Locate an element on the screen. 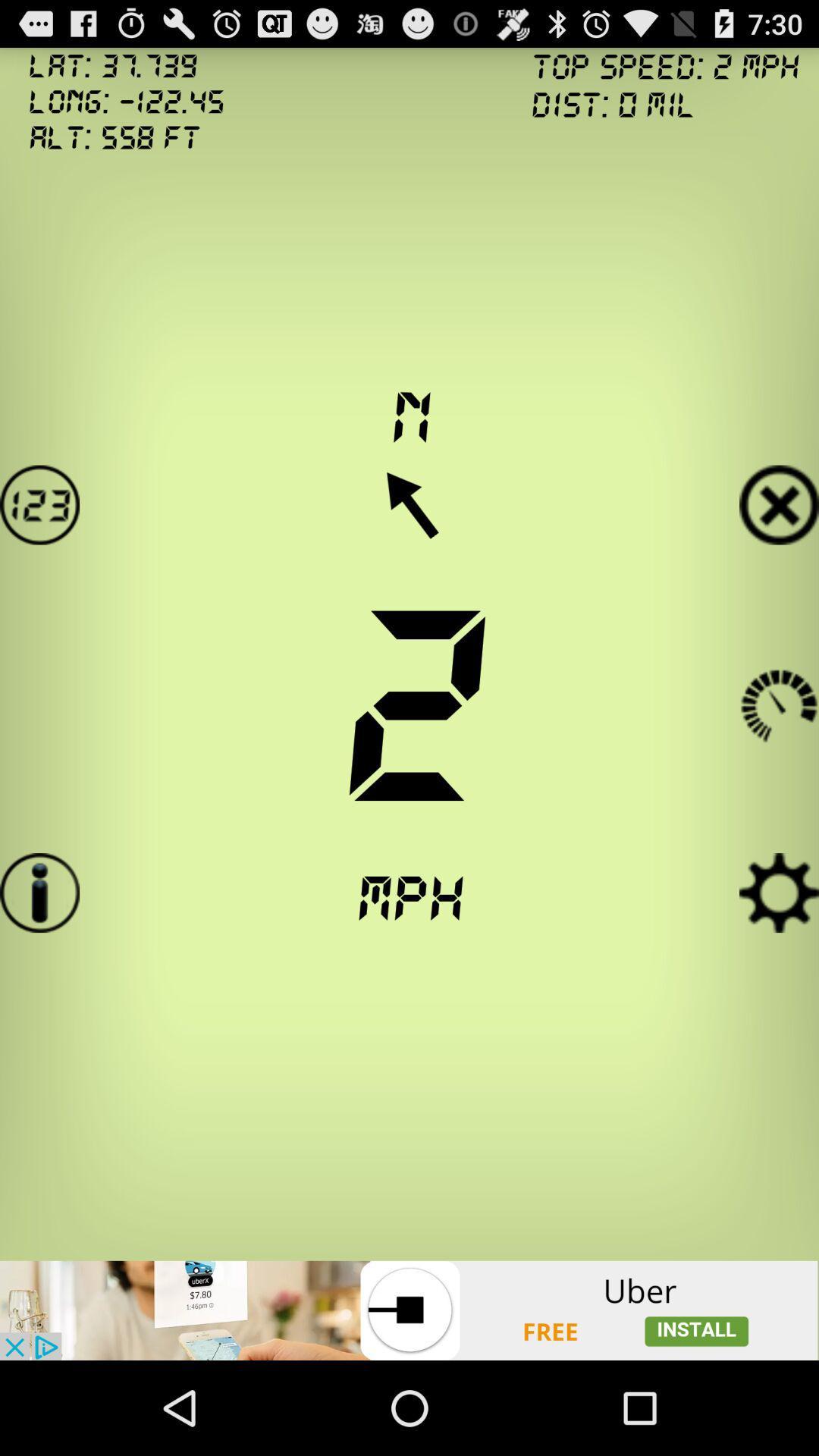 The image size is (819, 1456). app is located at coordinates (779, 505).